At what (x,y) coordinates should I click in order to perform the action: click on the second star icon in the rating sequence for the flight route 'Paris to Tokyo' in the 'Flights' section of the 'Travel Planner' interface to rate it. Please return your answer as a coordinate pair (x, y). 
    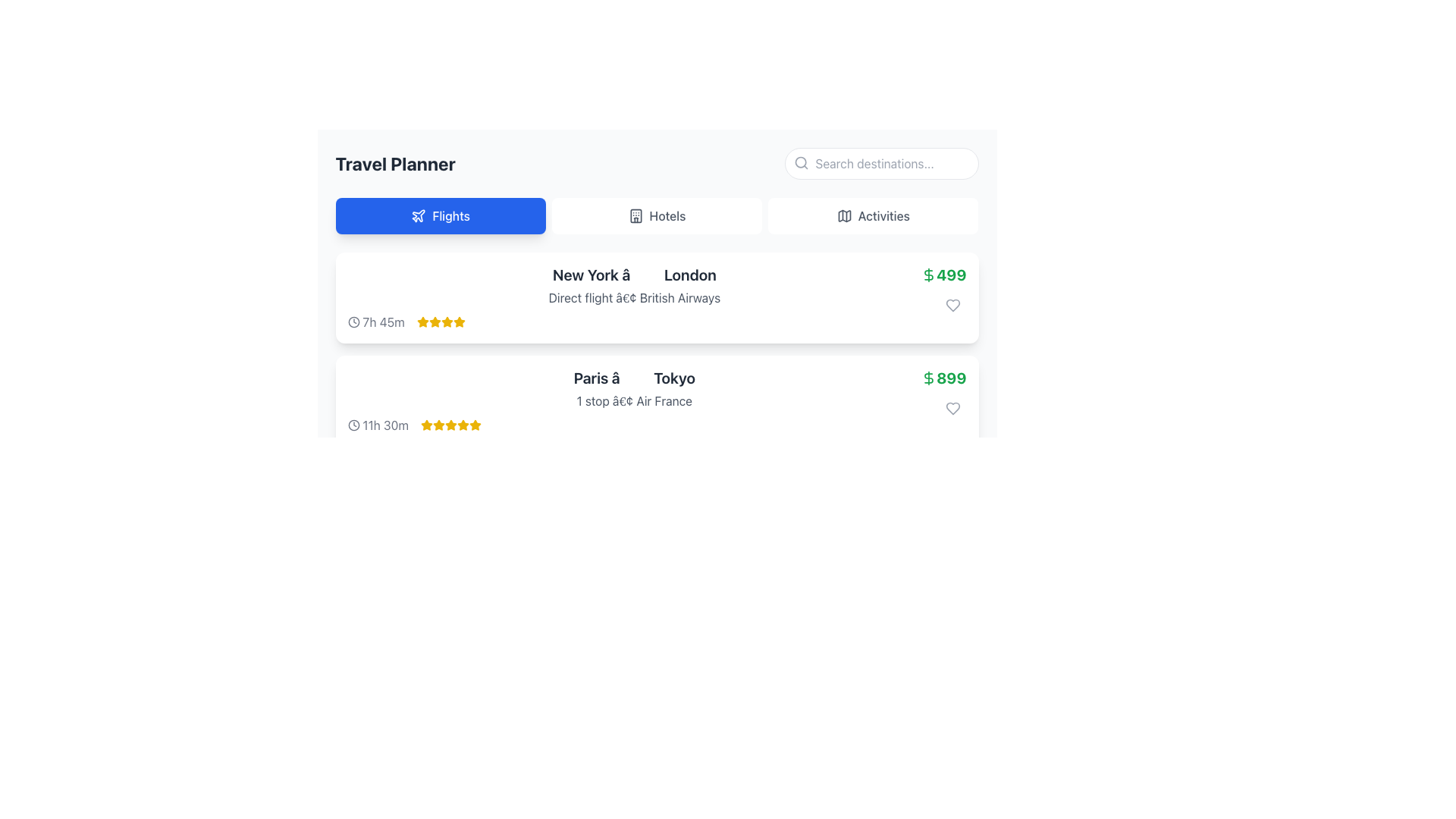
    Looking at the image, I should click on (450, 425).